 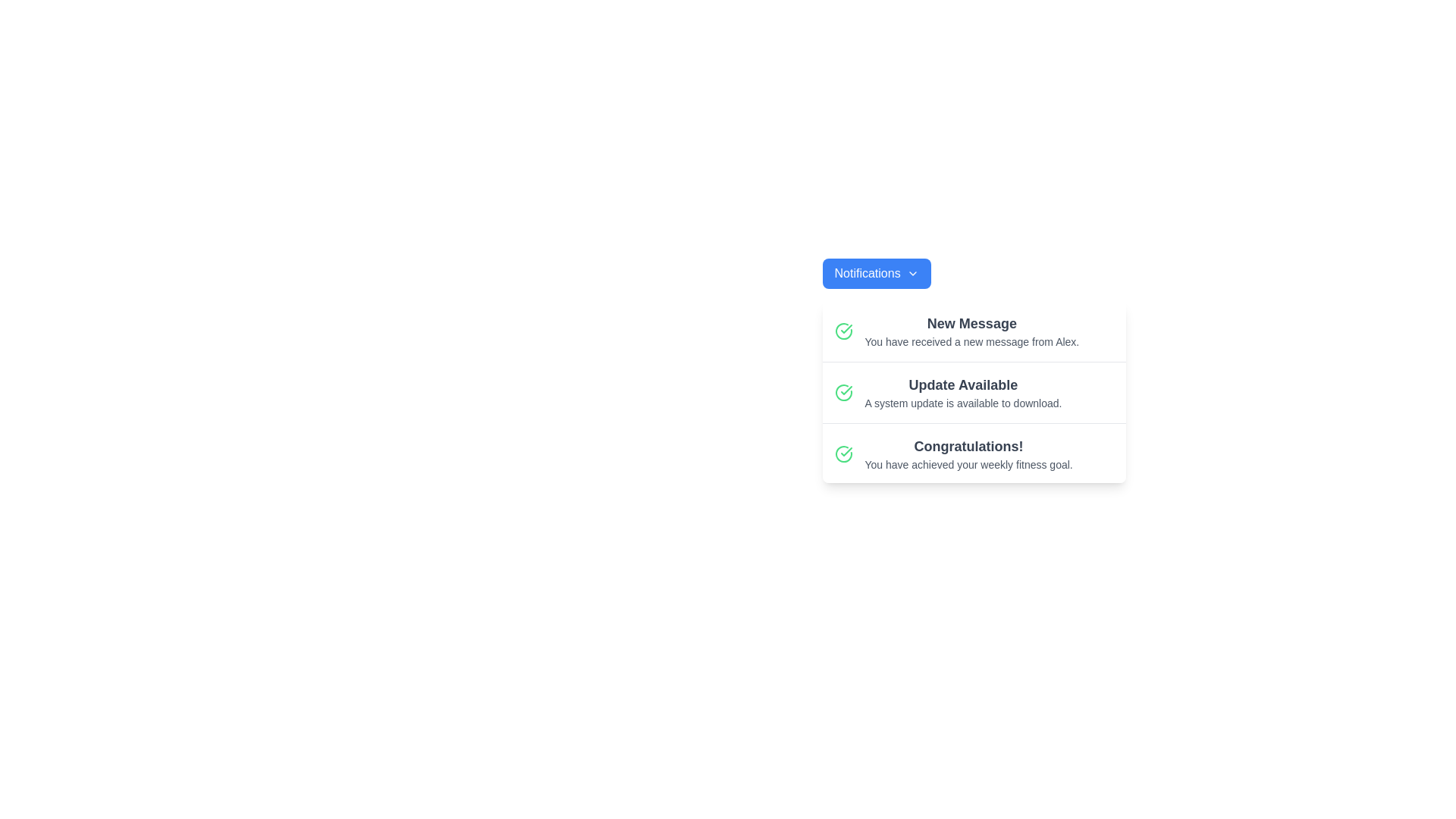 I want to click on the downward-pointing chevron icon that indicates a dropdown menu, located at the rightmost position within the blue 'Notifications' button, so click(x=912, y=274).